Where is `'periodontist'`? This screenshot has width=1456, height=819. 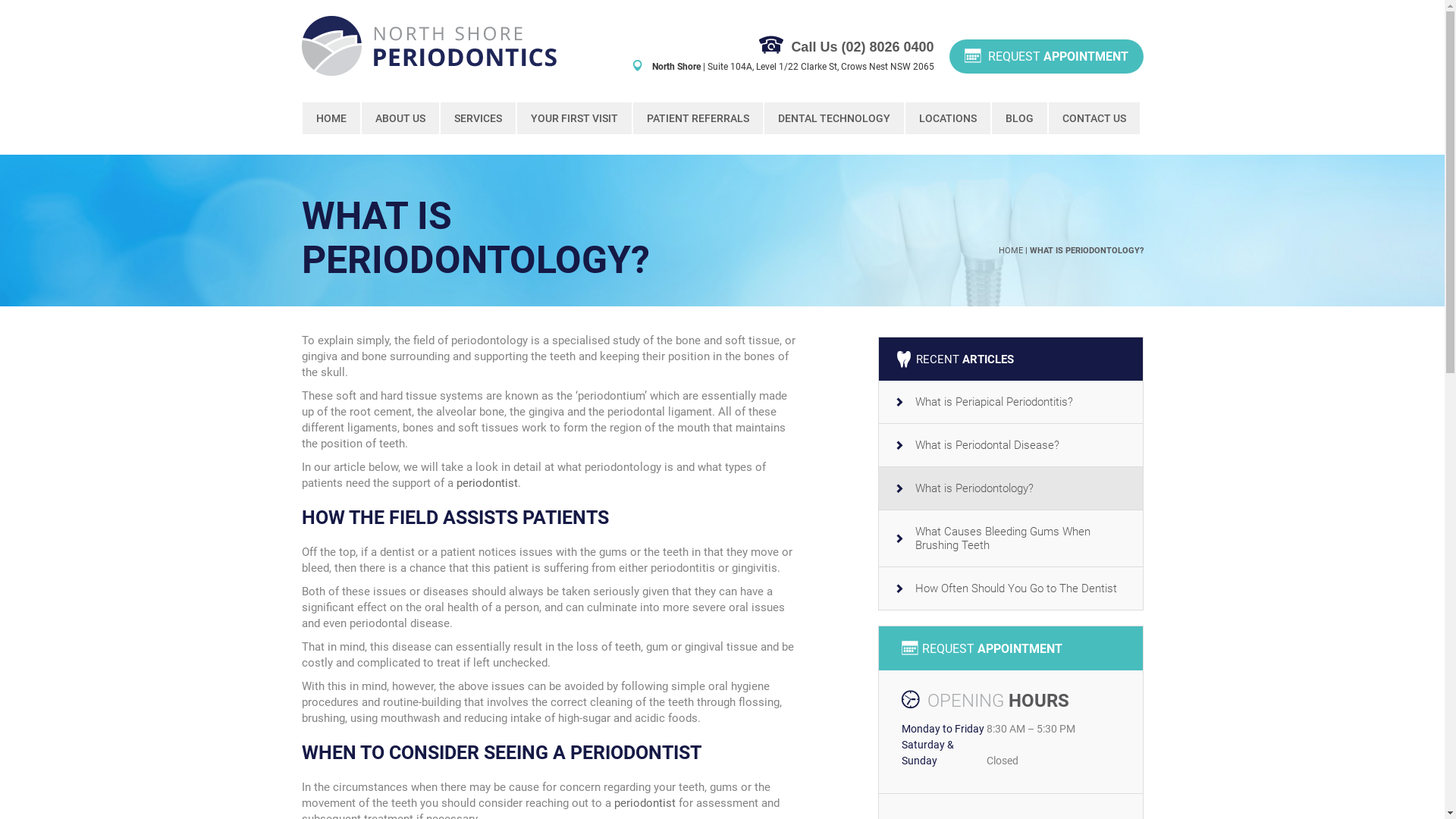
'periodontist' is located at coordinates (487, 482).